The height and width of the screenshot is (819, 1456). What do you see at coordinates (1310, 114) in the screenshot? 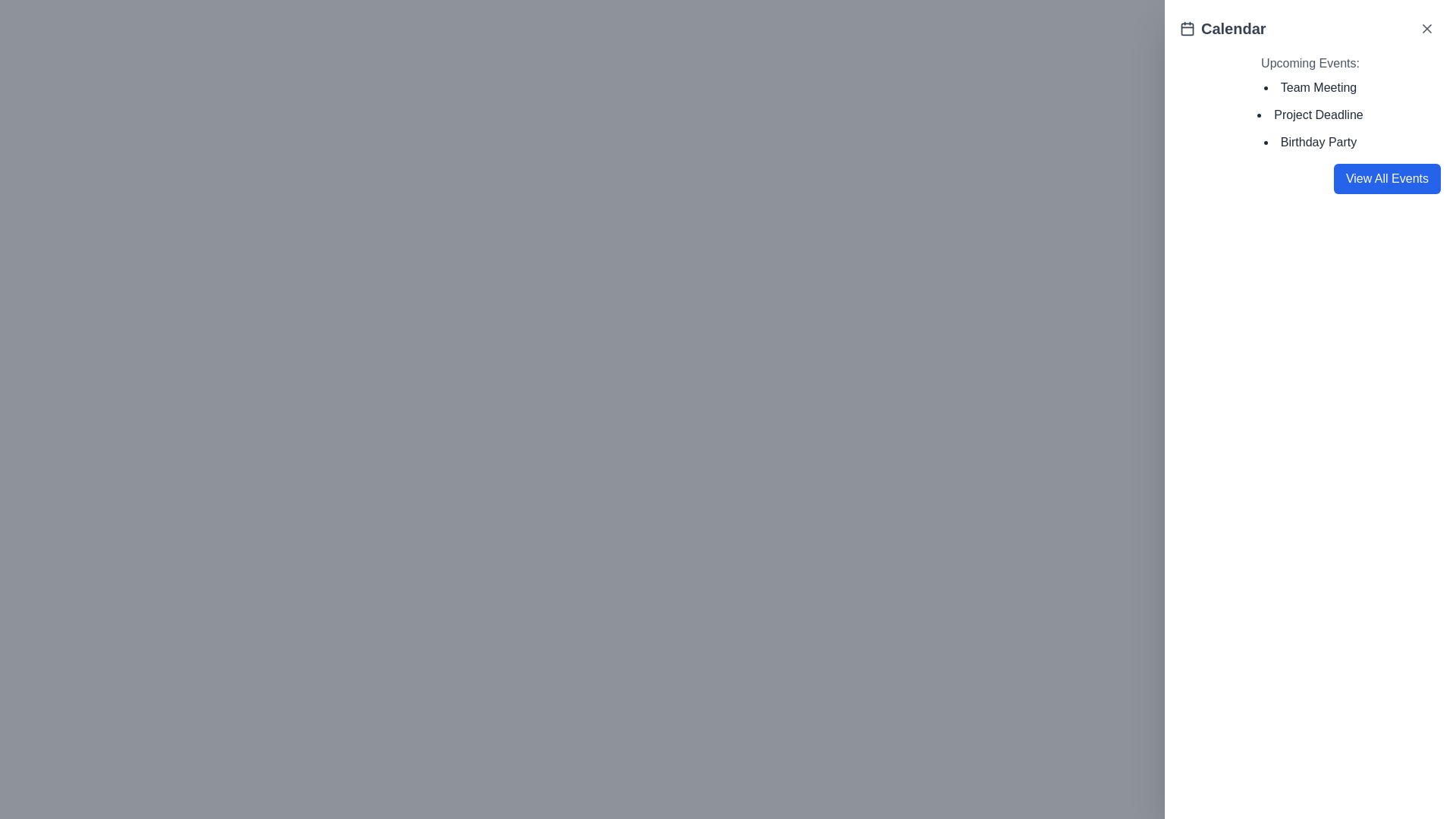
I see `the 'Project Deadline' text label, which is the second item in the list of upcoming events in the sidebar` at bounding box center [1310, 114].